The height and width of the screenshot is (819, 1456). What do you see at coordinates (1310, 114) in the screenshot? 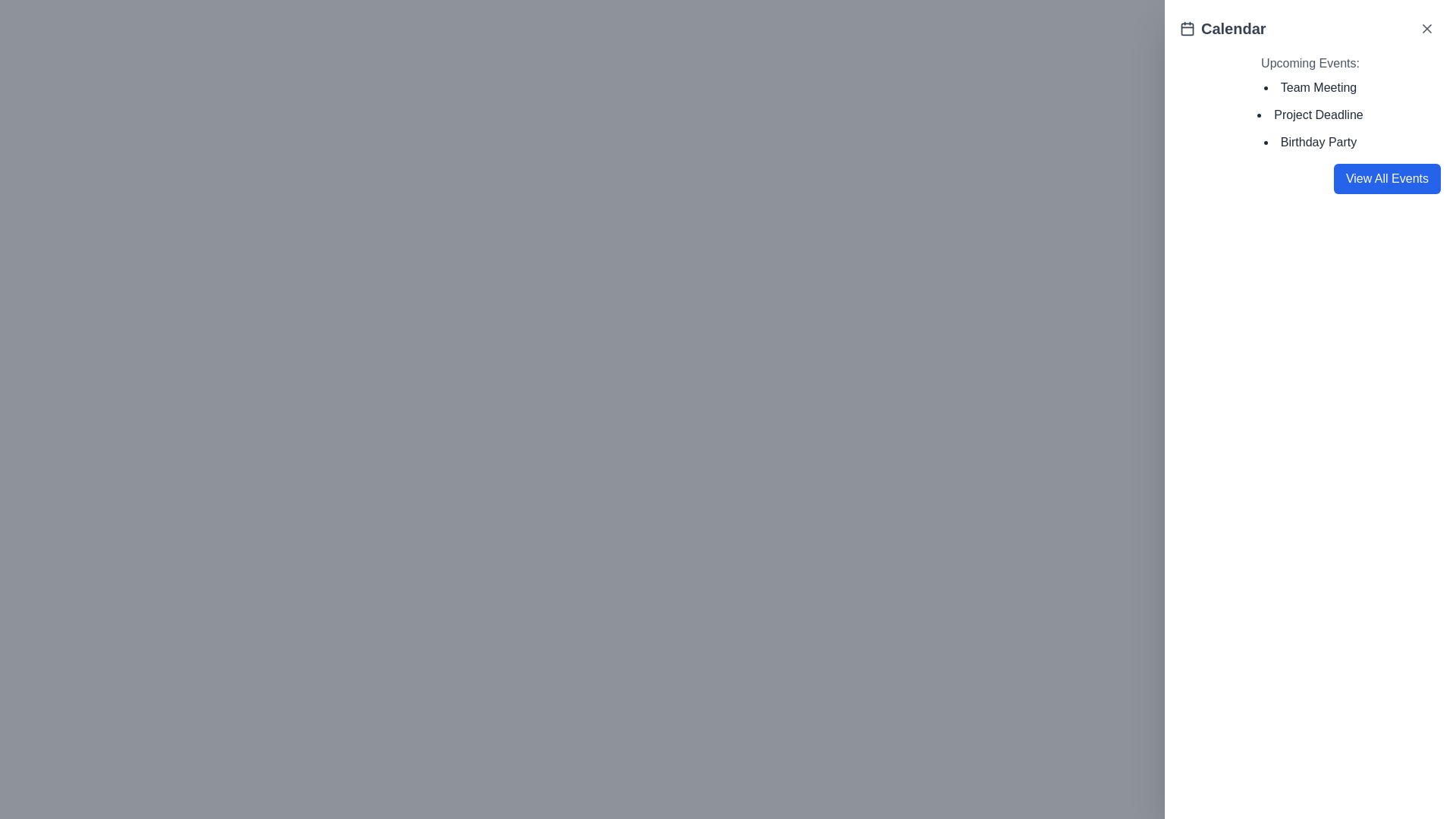
I see `the 'Project Deadline' text label, which is the second item in the list of upcoming events in the sidebar` at bounding box center [1310, 114].